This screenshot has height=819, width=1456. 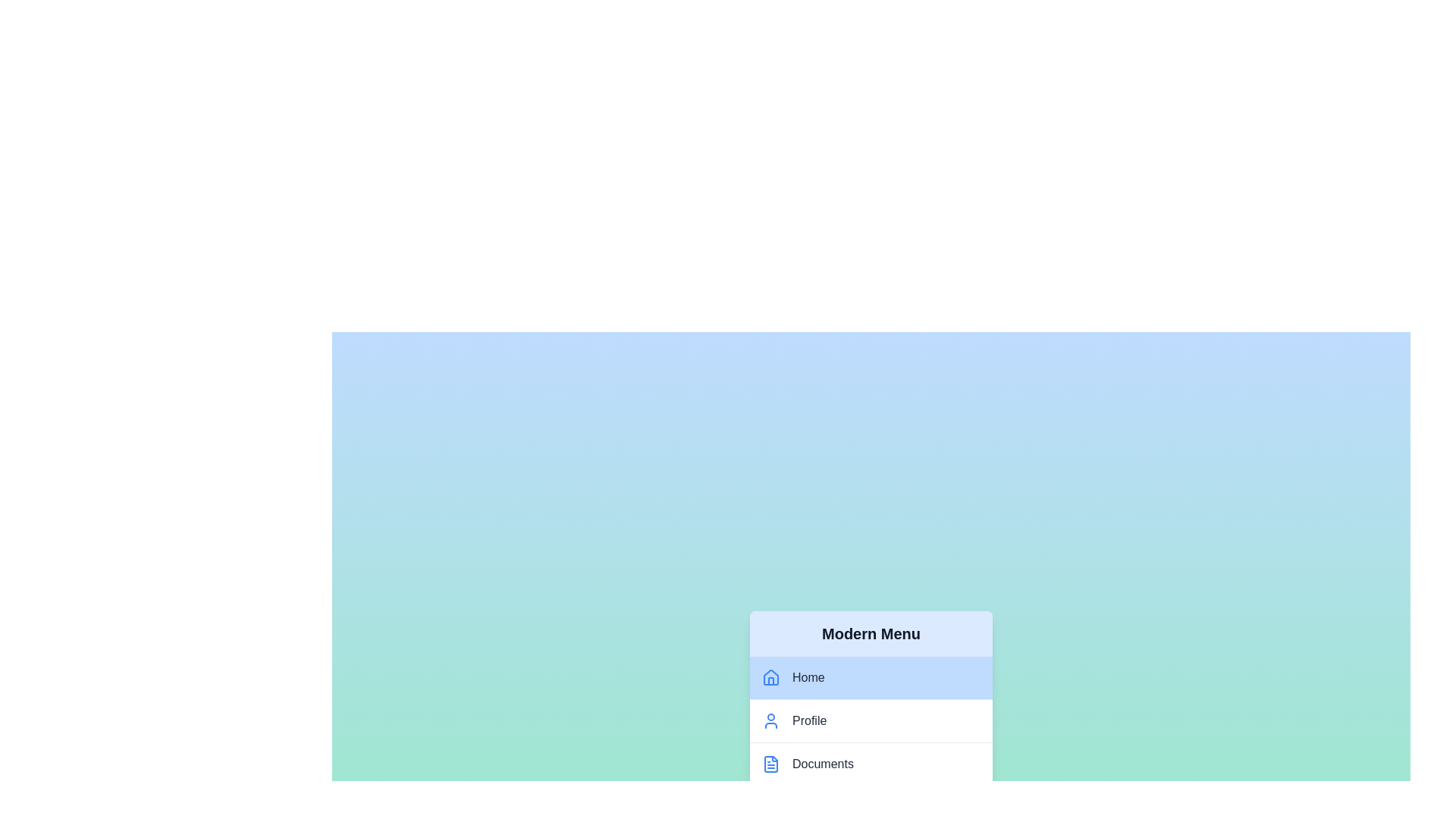 I want to click on the menu item labeled Profile to observe the hover effect, so click(x=871, y=720).